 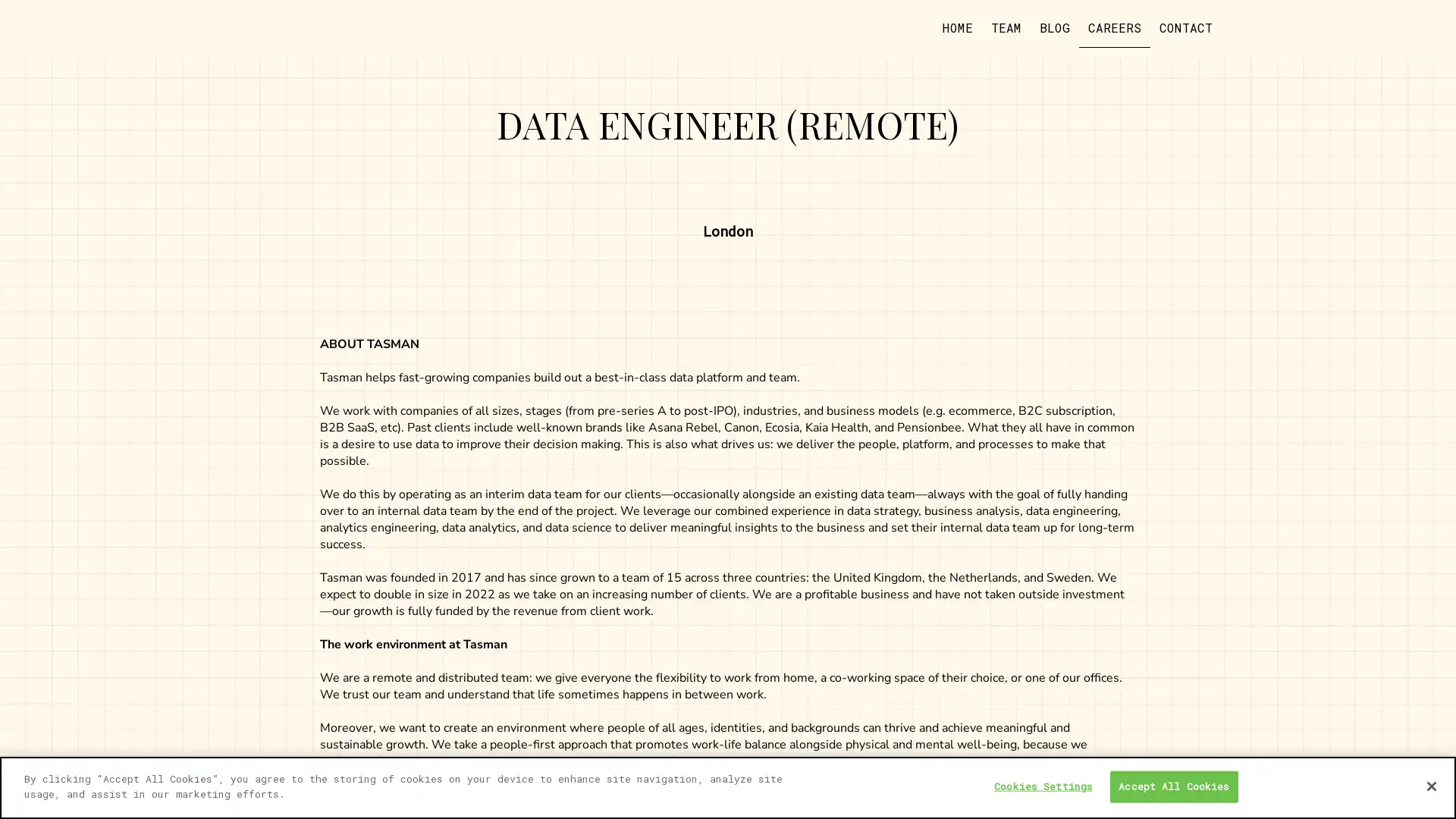 What do you see at coordinates (1043, 786) in the screenshot?
I see `Cookies Settings` at bounding box center [1043, 786].